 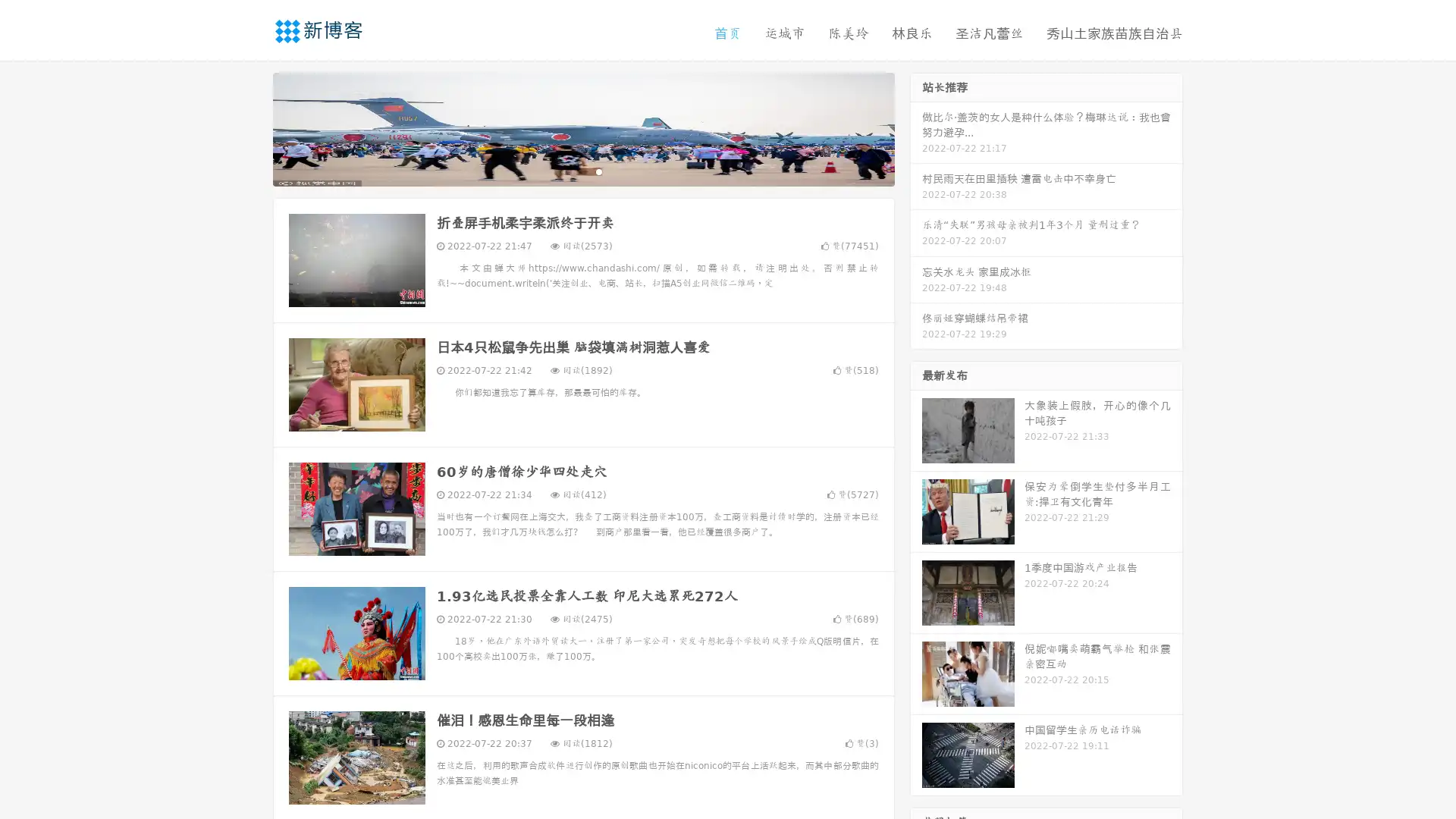 I want to click on Next slide, so click(x=916, y=127).